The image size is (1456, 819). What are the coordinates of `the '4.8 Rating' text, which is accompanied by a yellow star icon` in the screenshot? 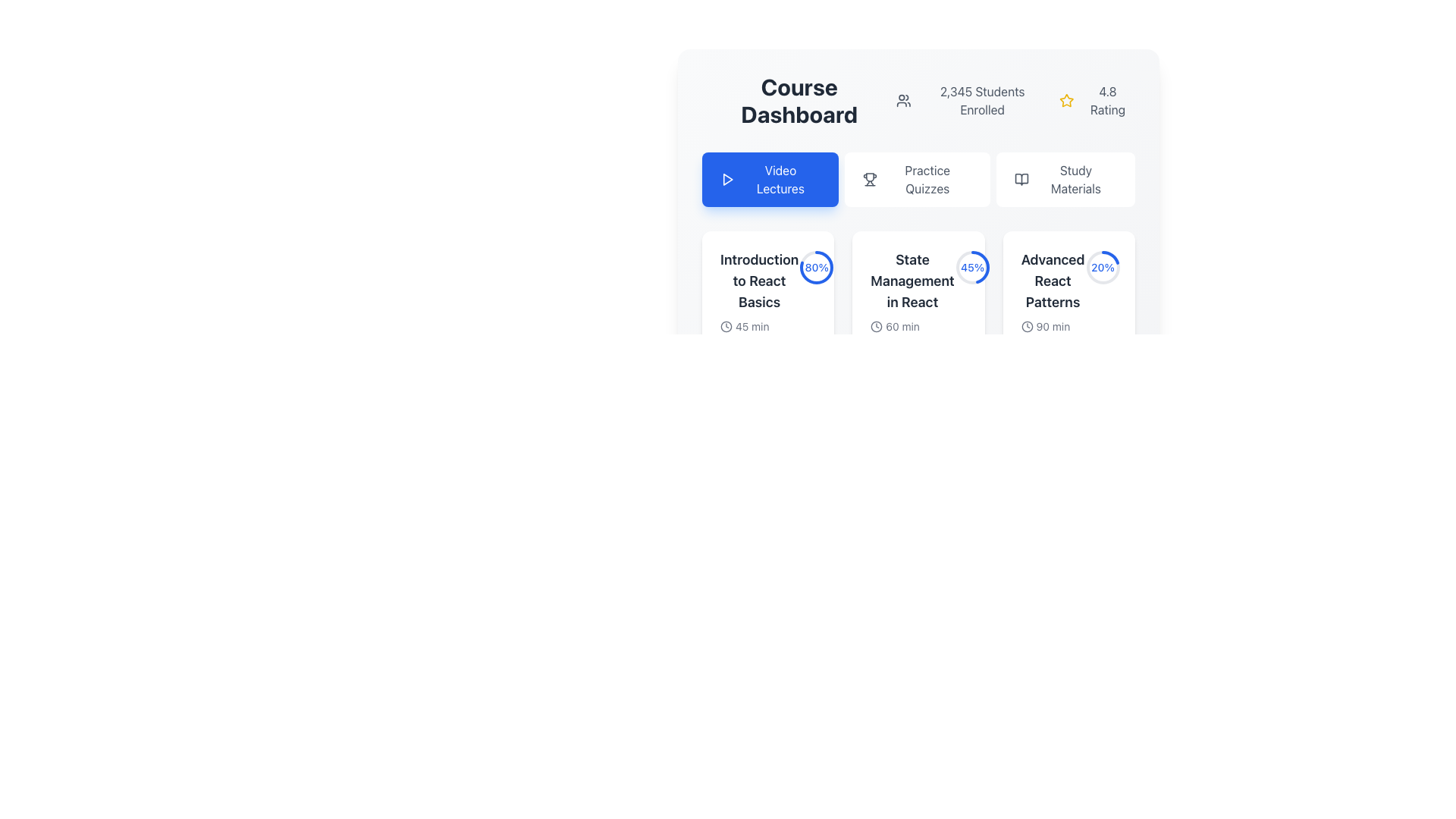 It's located at (1097, 100).